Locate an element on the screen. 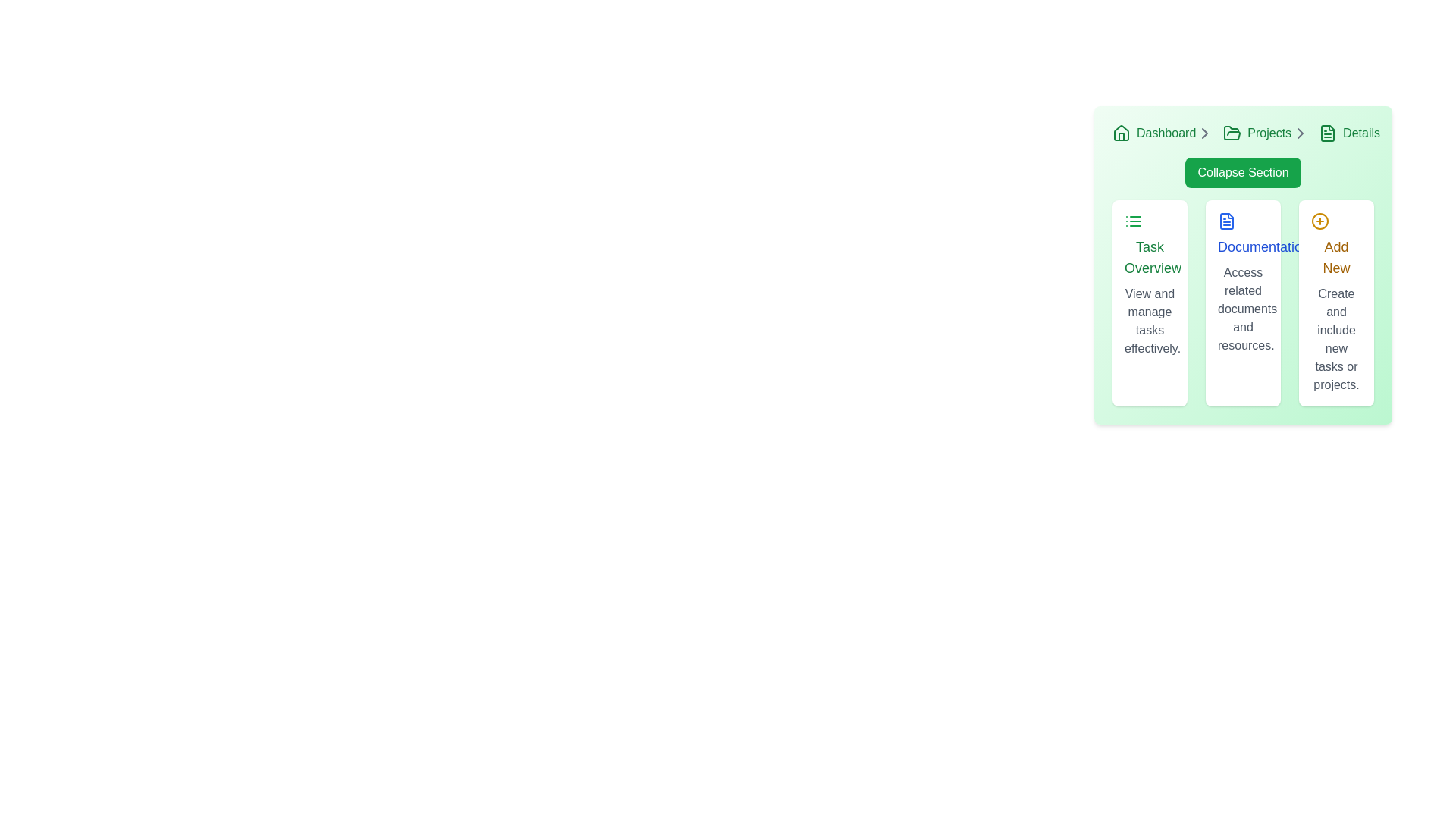 This screenshot has width=1456, height=819. the circular icon with a yellow outline and a plus sign in the center, located in the 'Add New' card is located at coordinates (1319, 221).